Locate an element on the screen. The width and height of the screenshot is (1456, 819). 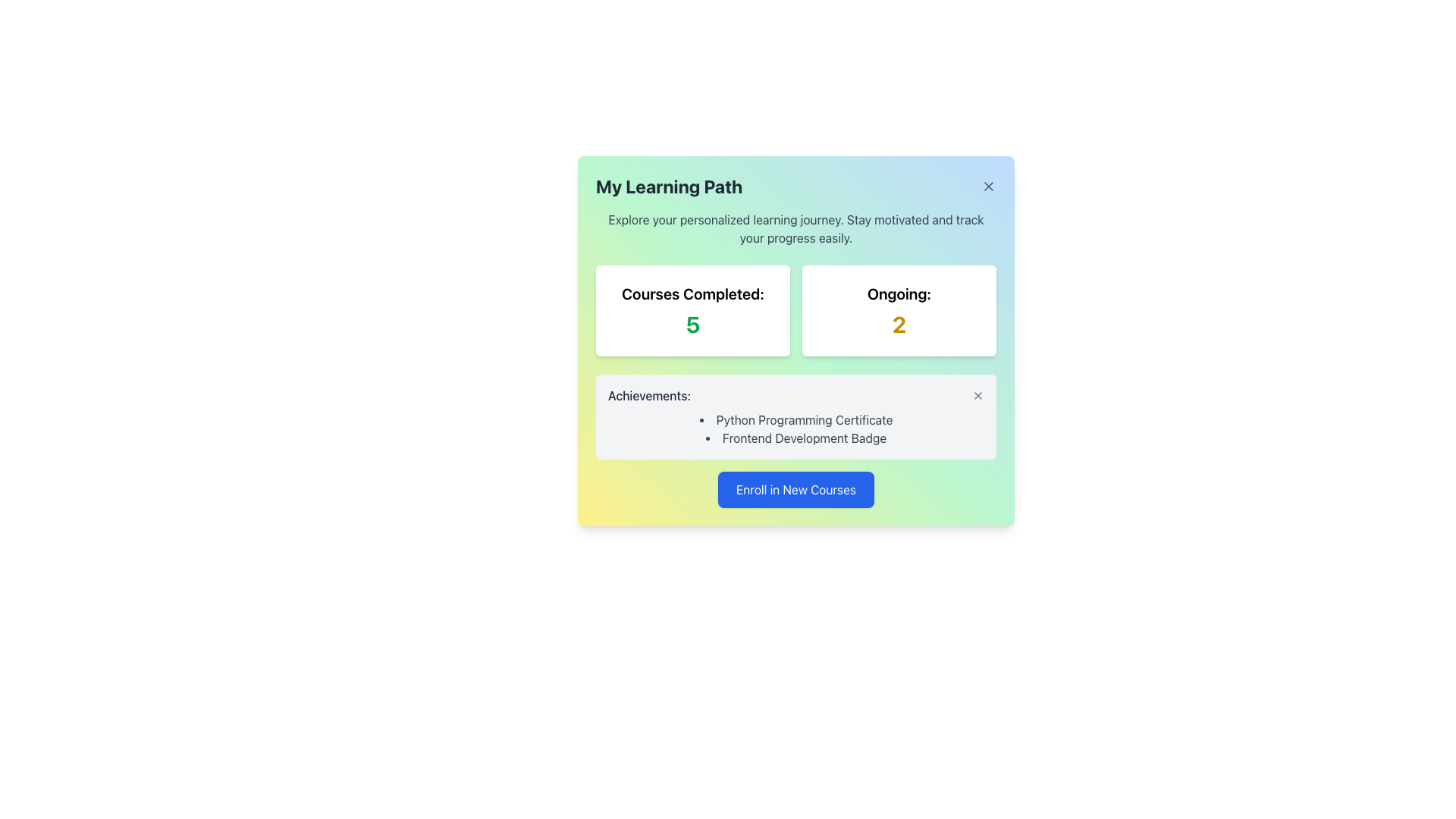
the text label displaying the name of a certification achievement located in the 'Achievements' section, positioned directly above the 'Frontend Development Badge' is located at coordinates (795, 420).